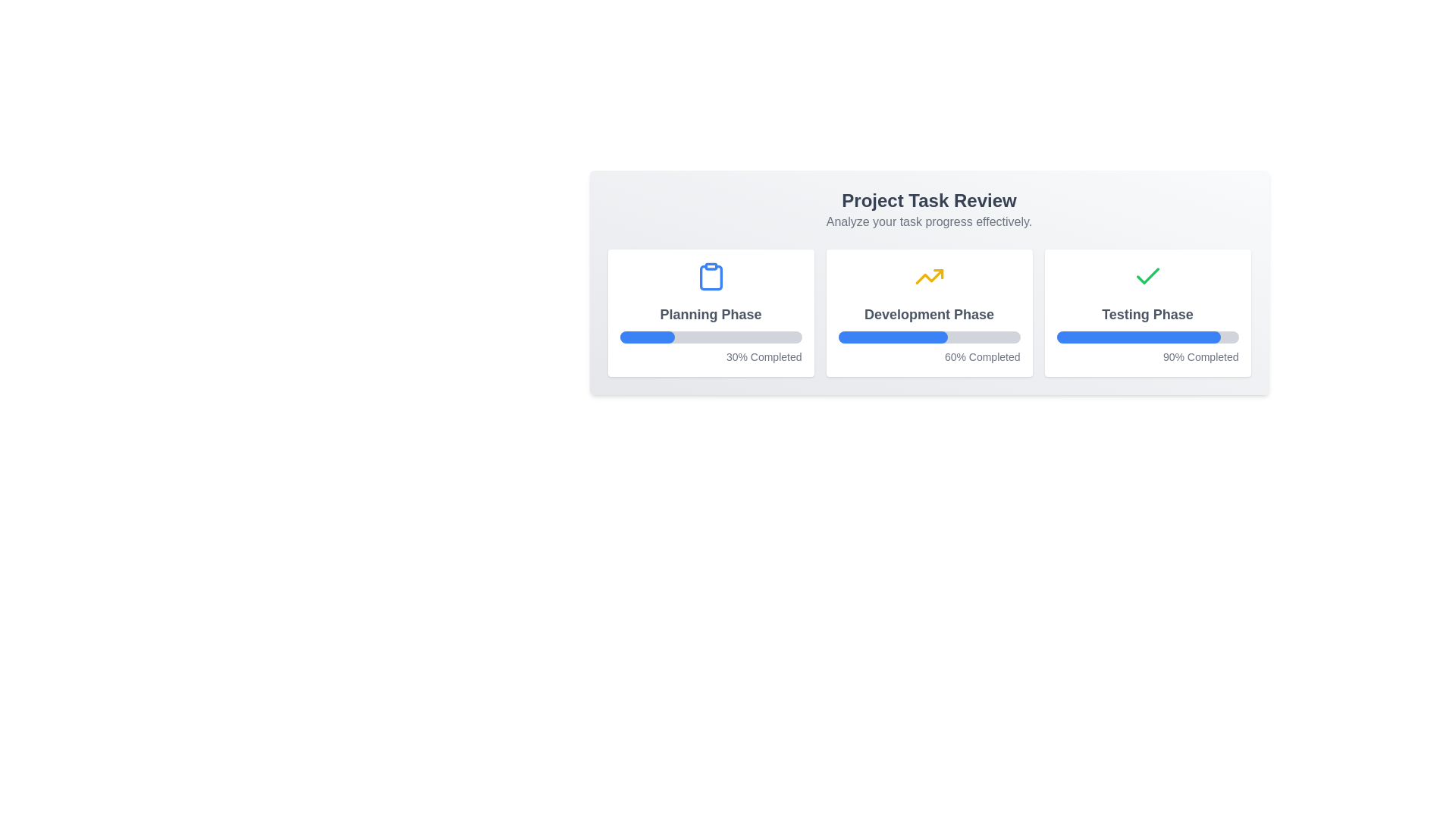 The image size is (1456, 819). I want to click on the progress visually by focusing on the progress indicator located in the central card of the 'Project Task Review' section, which shows that the 'Development Phase' task is 60% completed, so click(928, 336).